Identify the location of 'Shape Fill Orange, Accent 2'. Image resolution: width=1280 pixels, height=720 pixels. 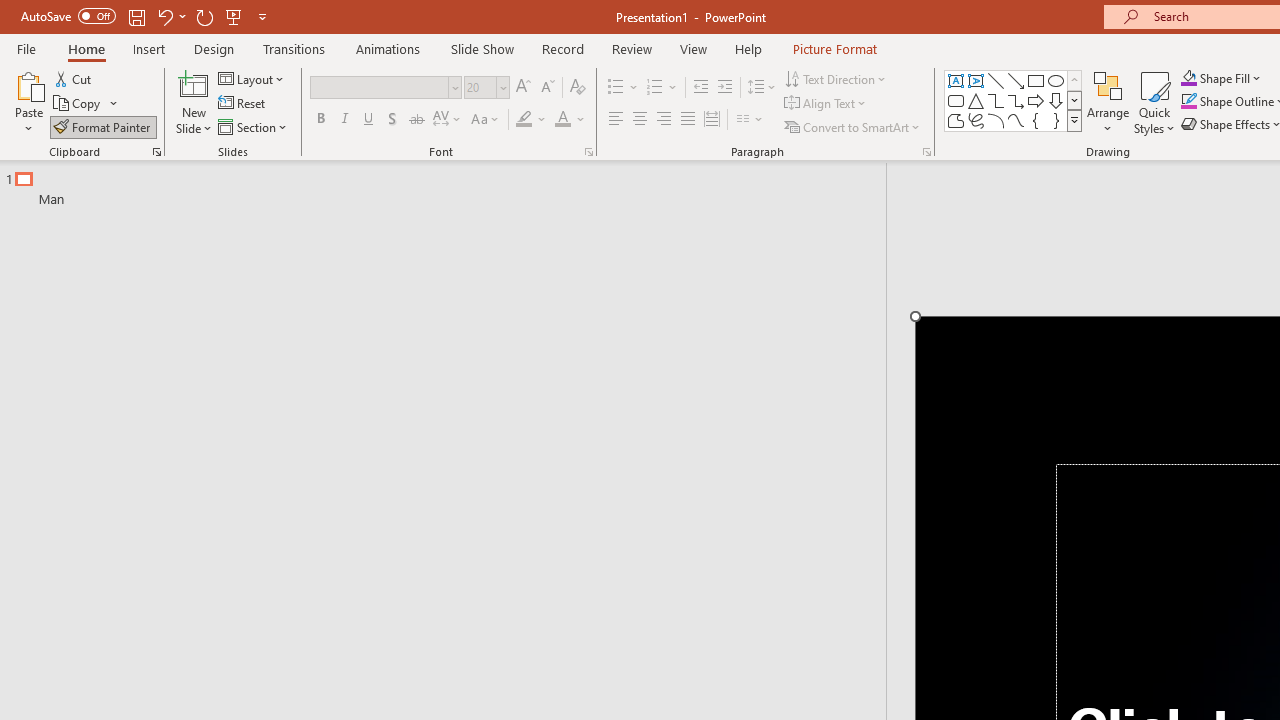
(1189, 77).